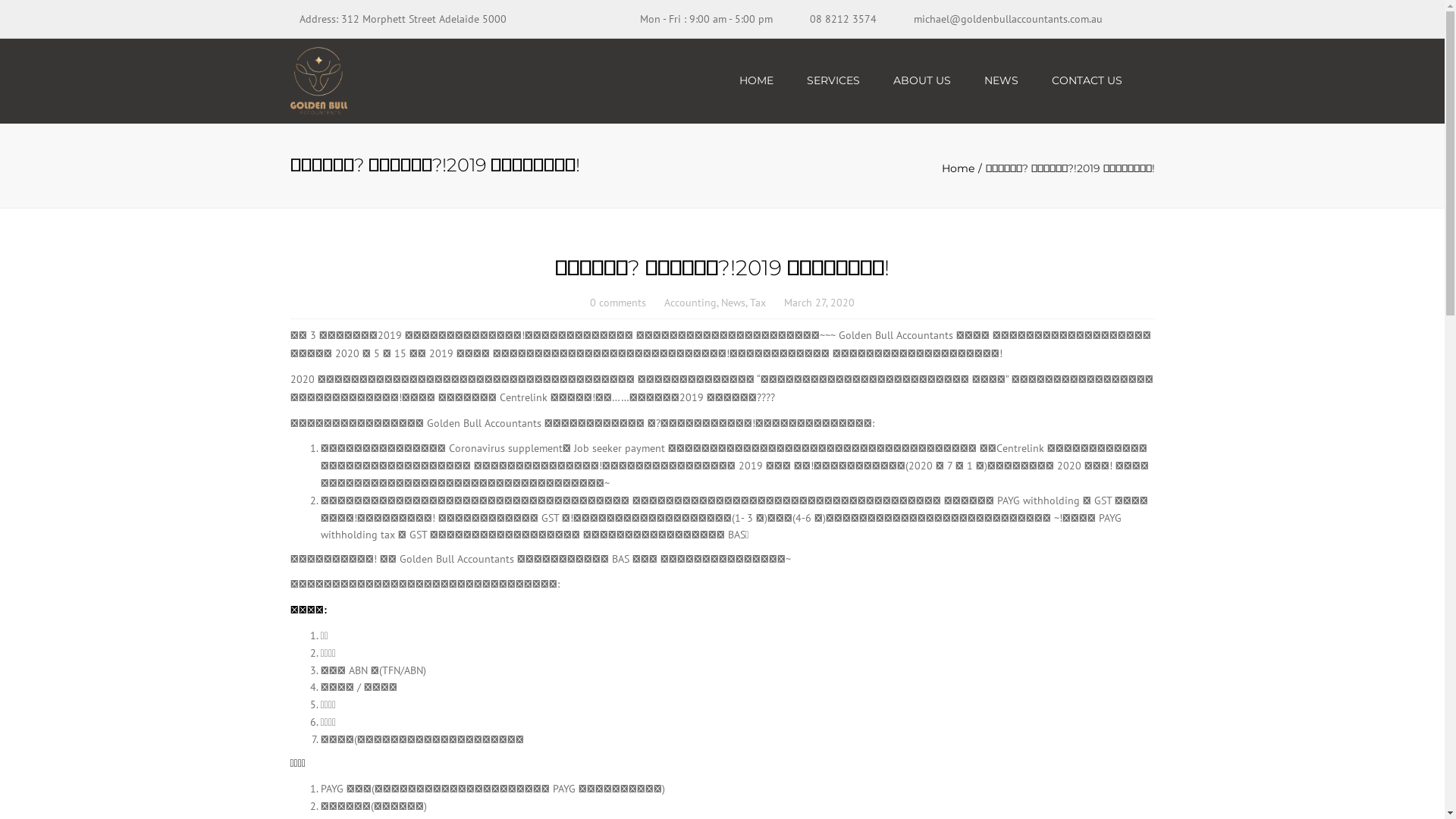 This screenshot has height=819, width=1456. Describe the element at coordinates (833, 80) in the screenshot. I see `'SERVICES'` at that location.